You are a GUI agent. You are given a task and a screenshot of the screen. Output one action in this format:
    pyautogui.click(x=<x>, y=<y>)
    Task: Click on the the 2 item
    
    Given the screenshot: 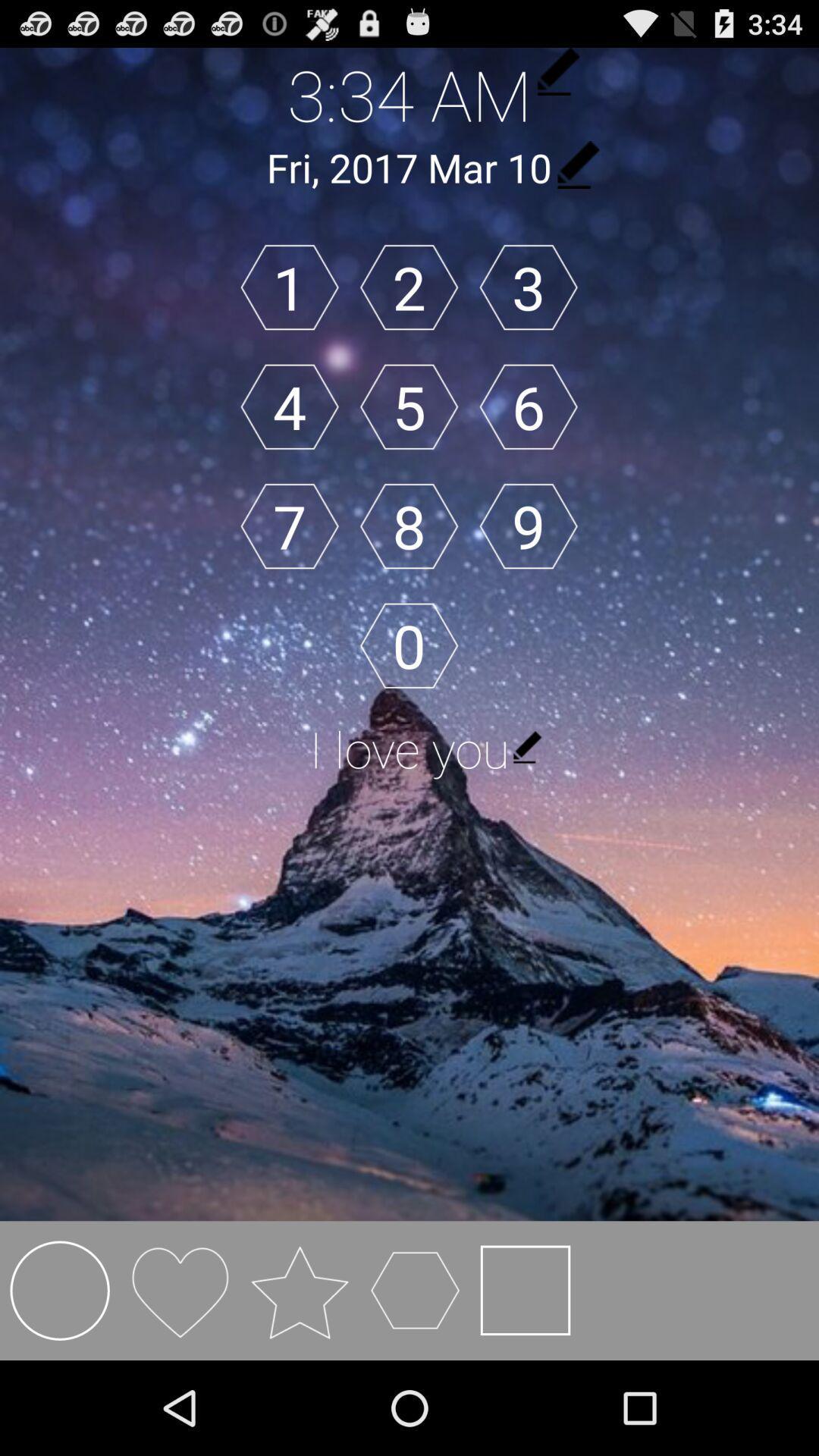 What is the action you would take?
    pyautogui.click(x=408, y=287)
    